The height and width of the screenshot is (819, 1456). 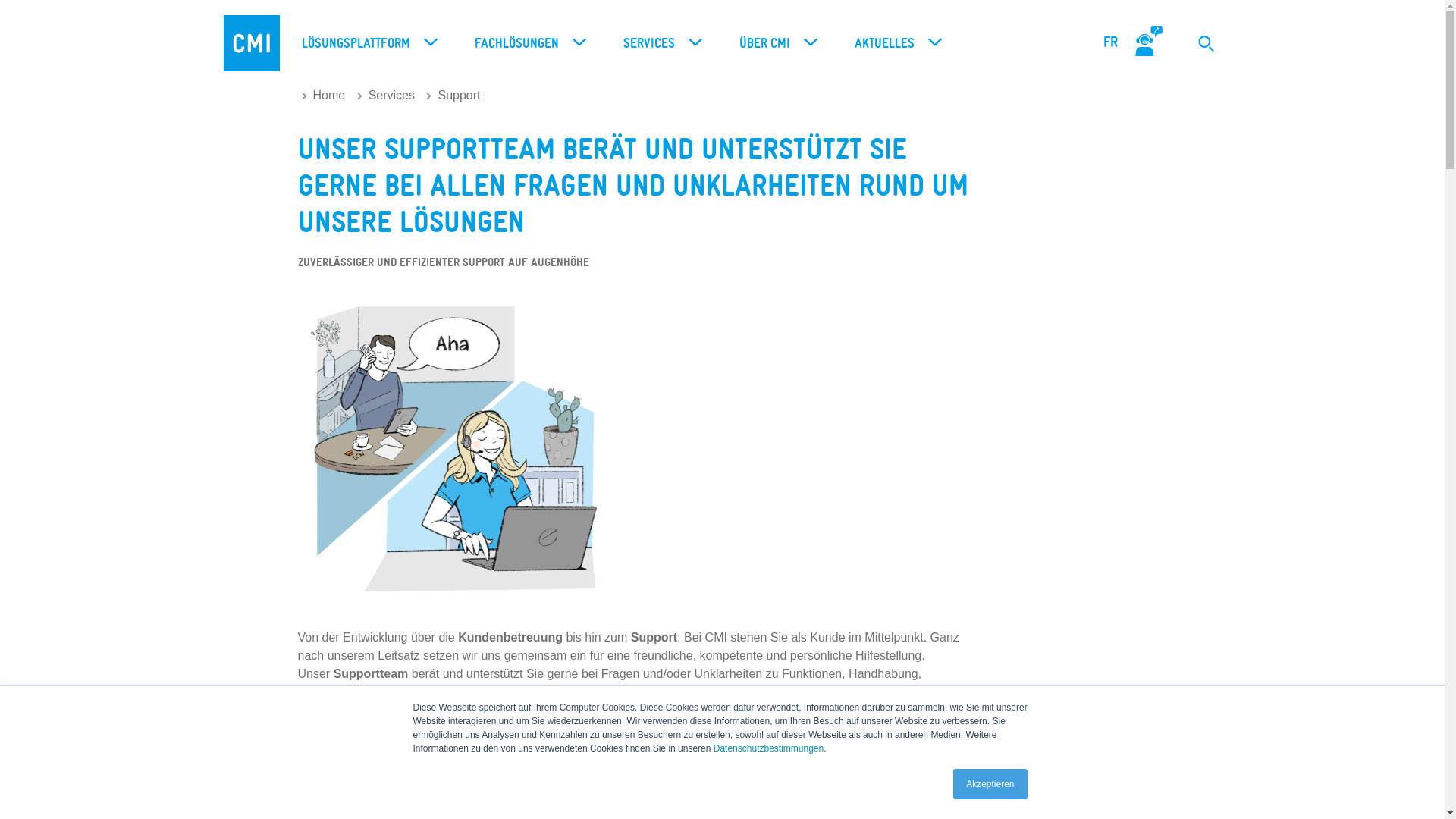 I want to click on 'Akzeptieren', so click(x=990, y=783).